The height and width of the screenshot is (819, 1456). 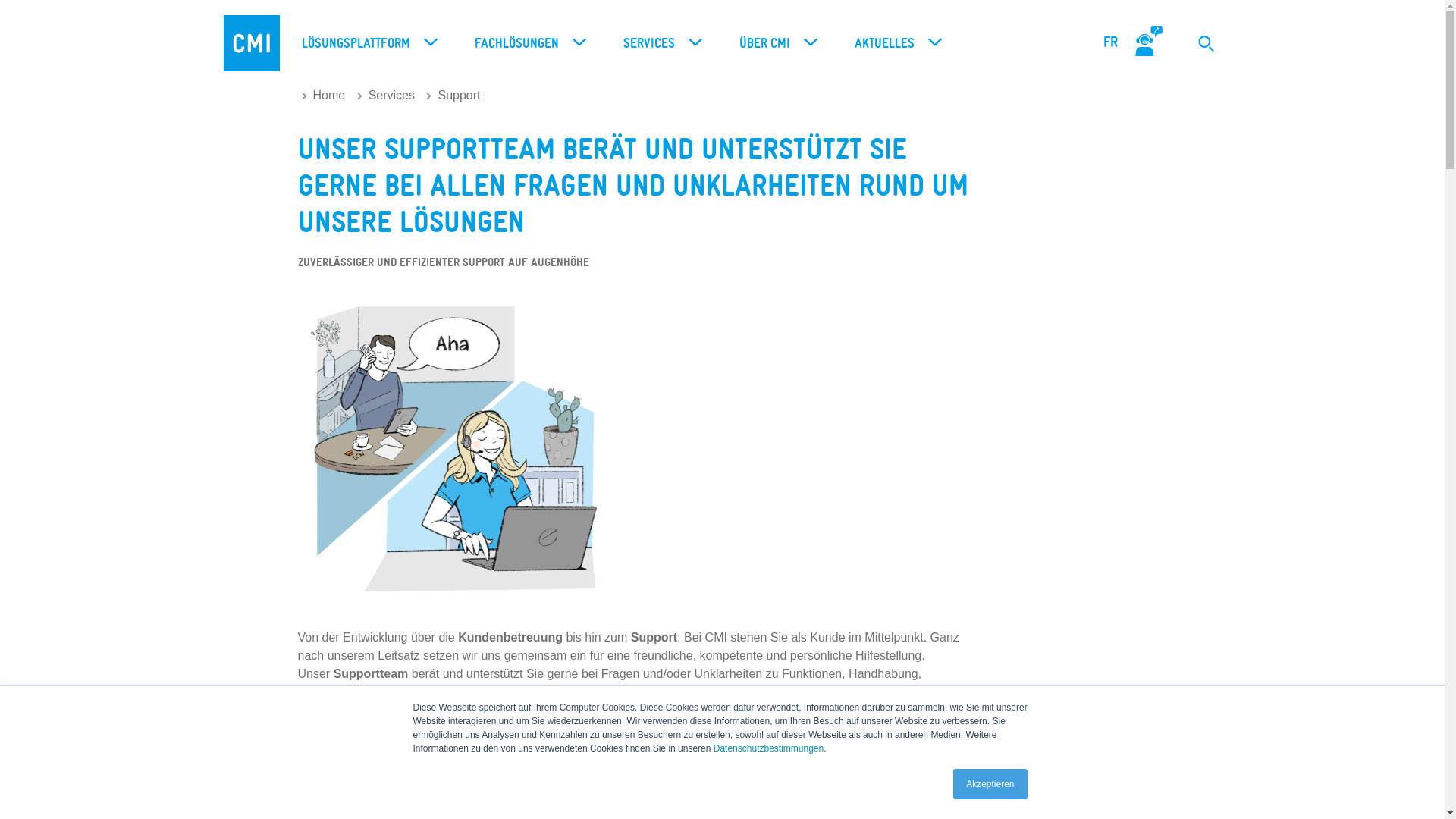 I want to click on 'Akzeptieren', so click(x=990, y=783).